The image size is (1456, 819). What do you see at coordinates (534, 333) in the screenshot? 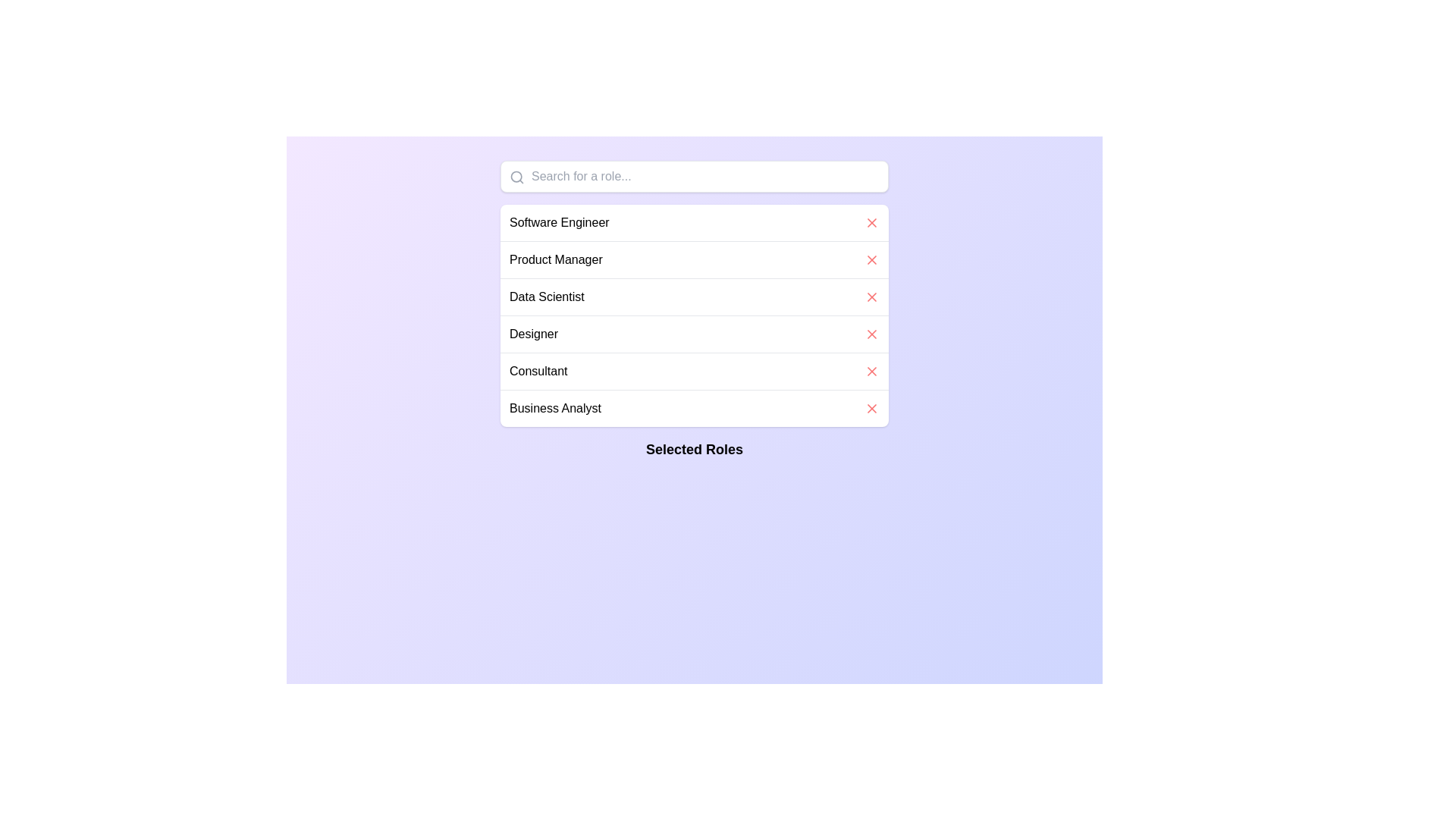
I see `the text label 'Designer' which is displayed in black within a horizontal list, located in the fourth row of a vertical list` at bounding box center [534, 333].